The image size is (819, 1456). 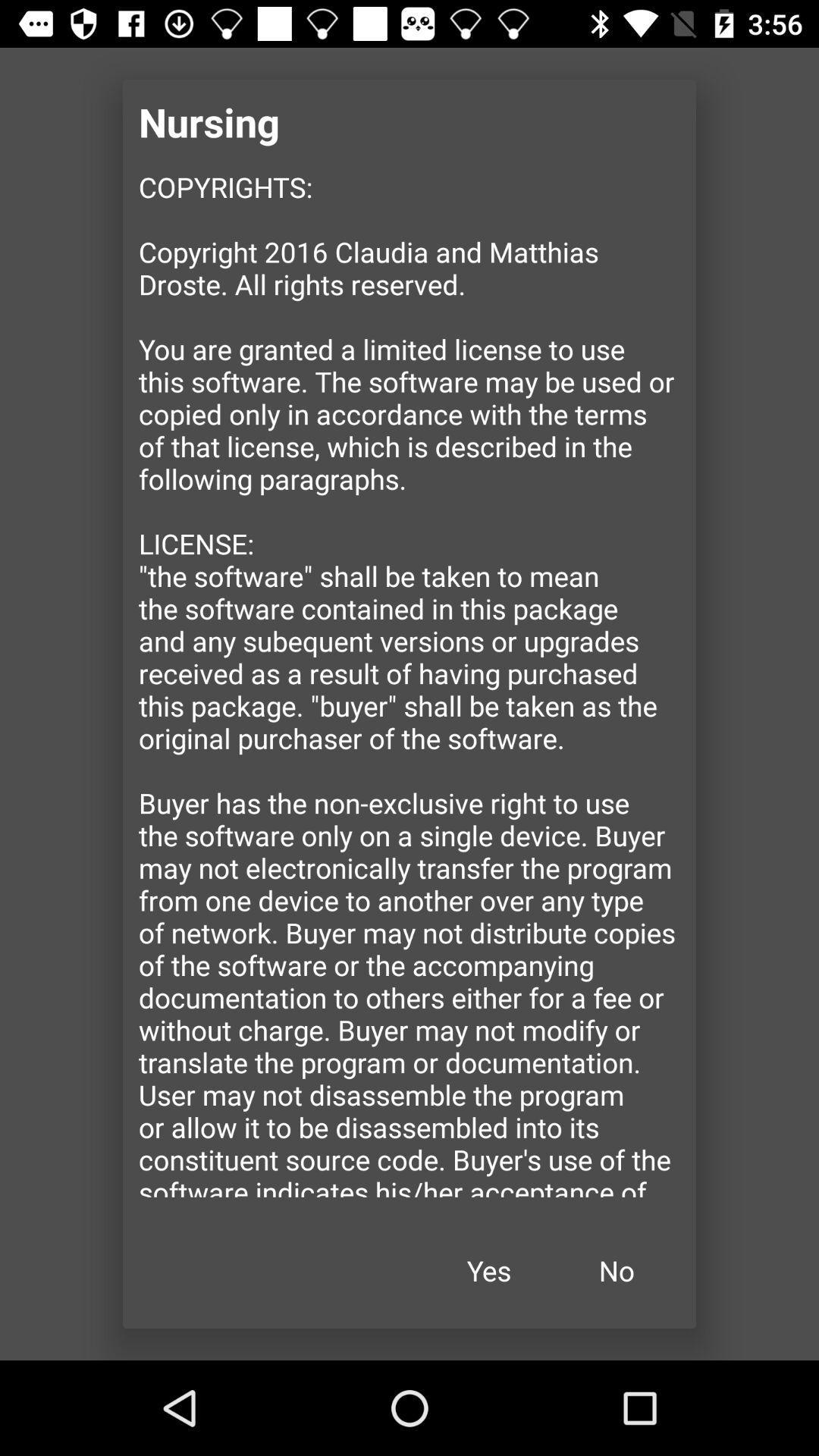 What do you see at coordinates (488, 1270) in the screenshot?
I see `the icon at the bottom` at bounding box center [488, 1270].